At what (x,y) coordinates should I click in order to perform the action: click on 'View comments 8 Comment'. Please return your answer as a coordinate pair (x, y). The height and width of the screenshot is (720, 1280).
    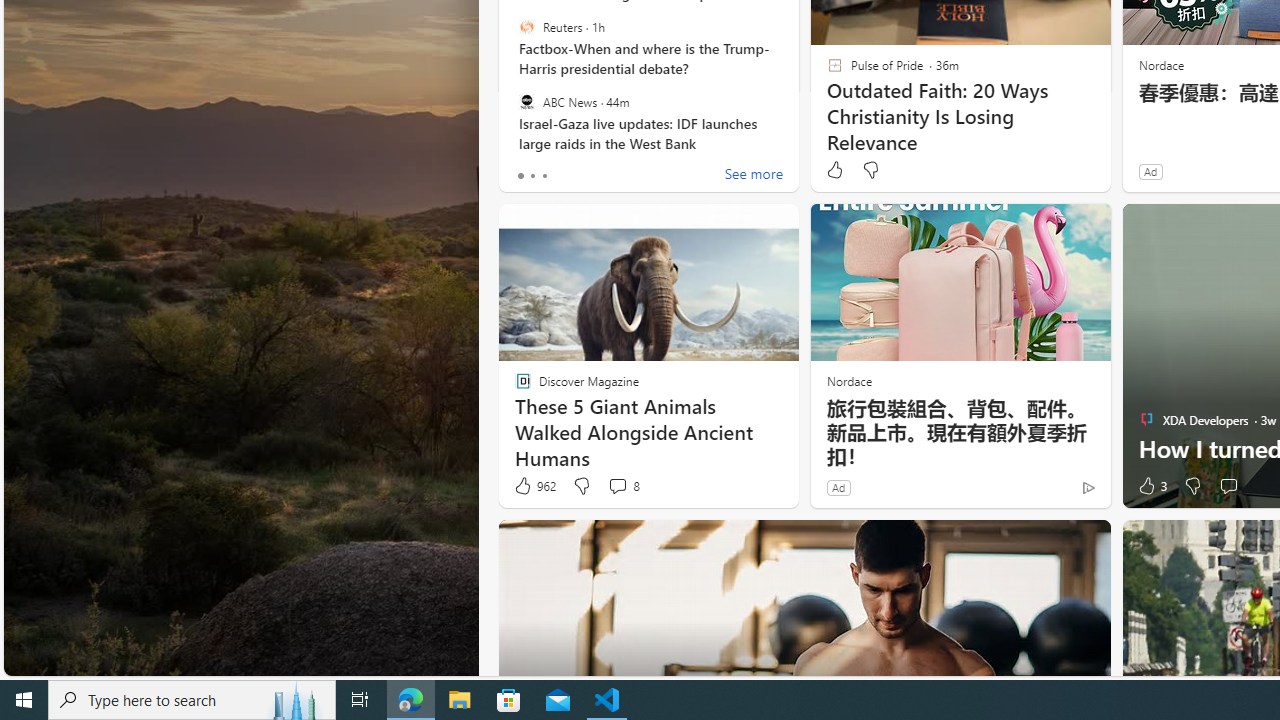
    Looking at the image, I should click on (622, 486).